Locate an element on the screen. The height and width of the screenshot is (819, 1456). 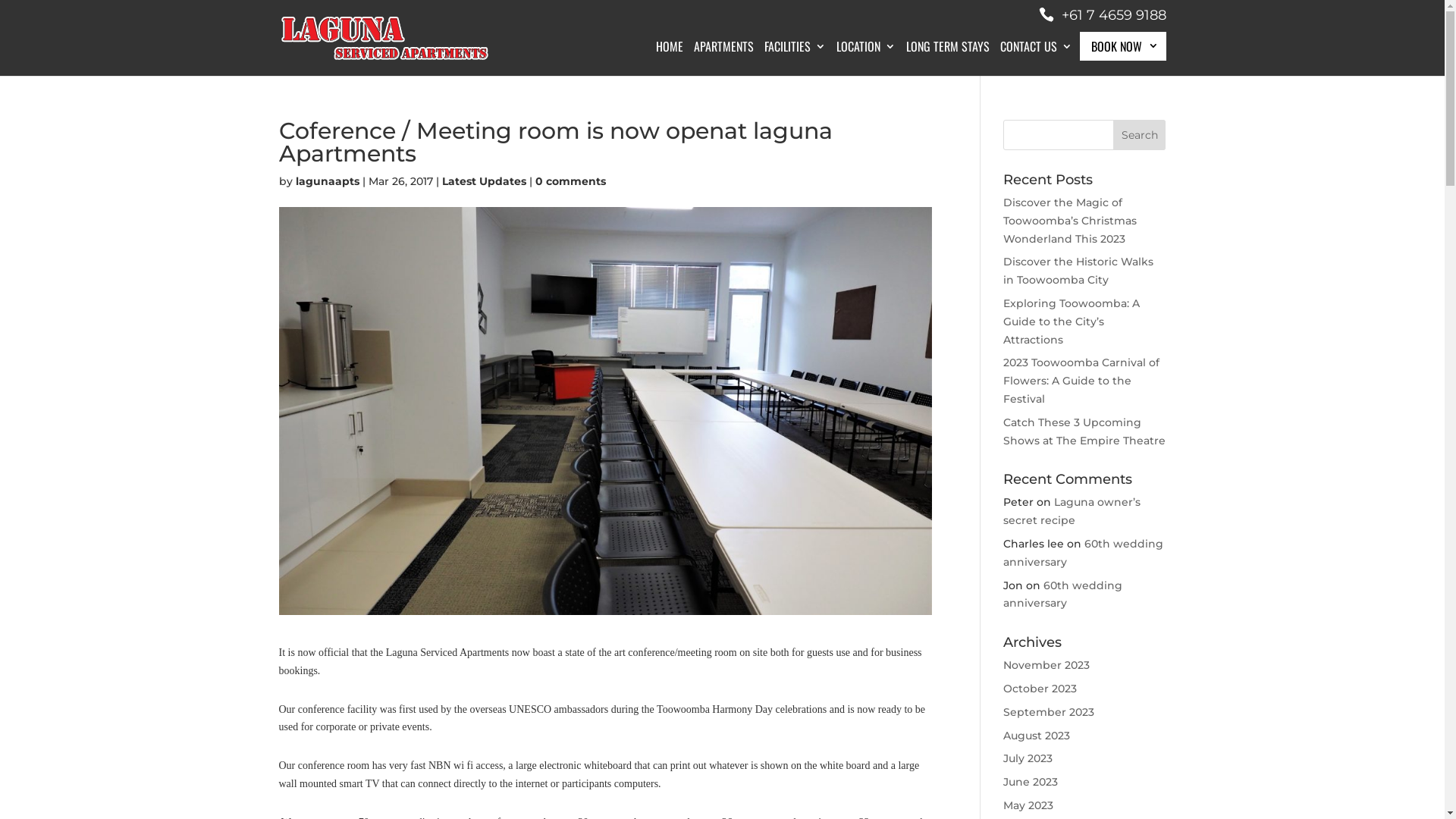
'September 2023' is located at coordinates (1047, 711).